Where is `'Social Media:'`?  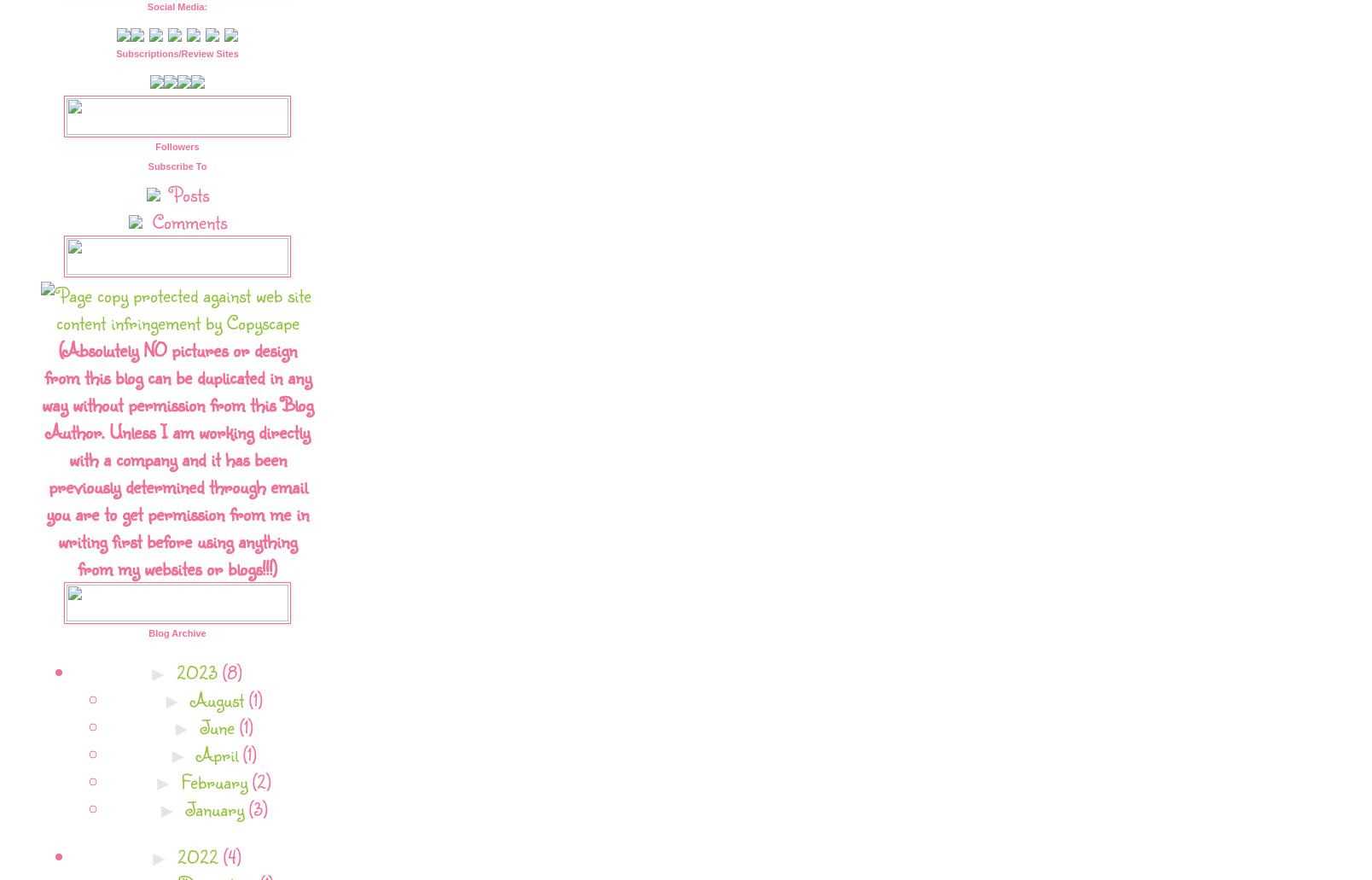
'Social Media:' is located at coordinates (177, 6).